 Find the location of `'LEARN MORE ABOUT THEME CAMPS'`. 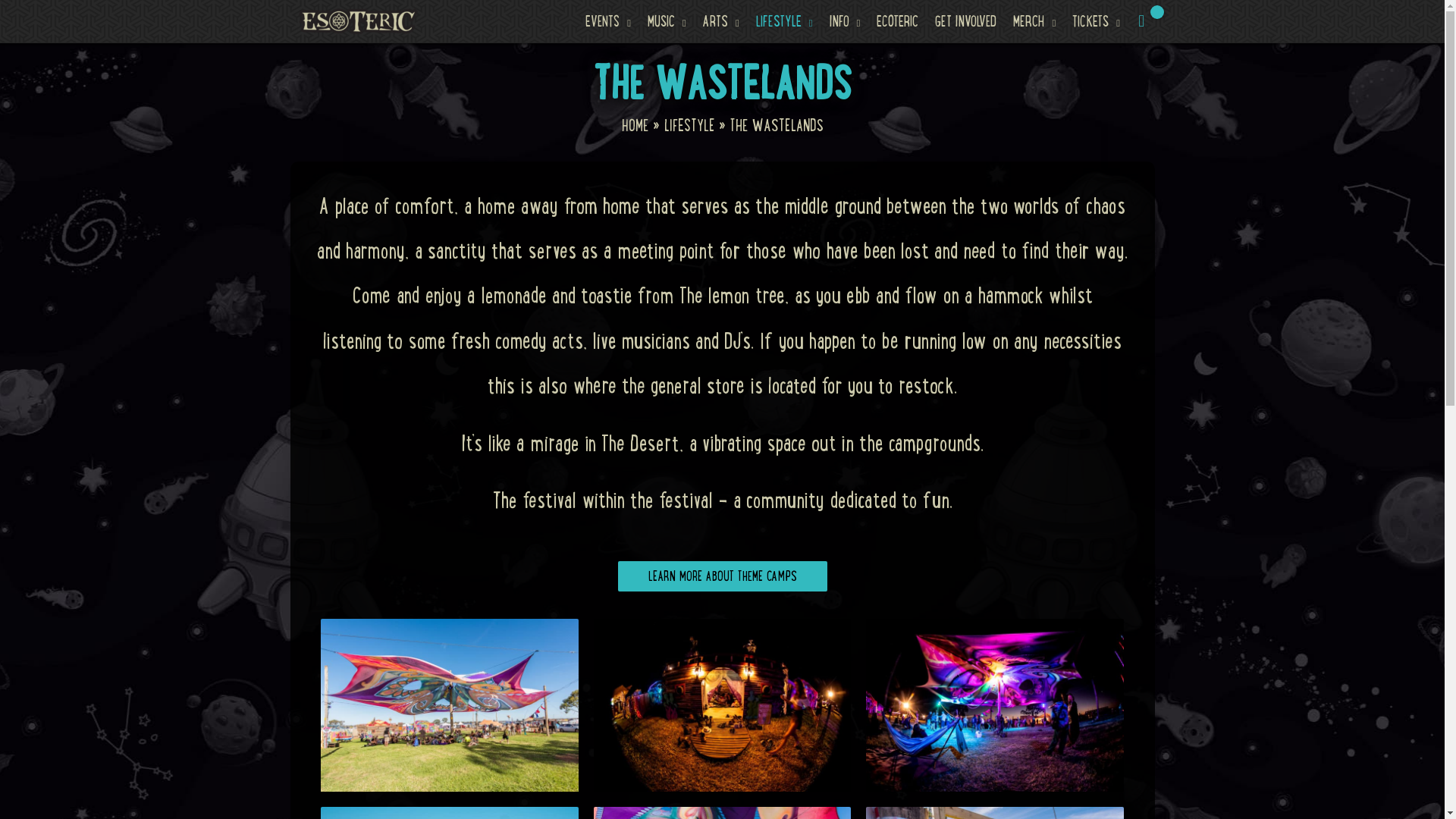

'LEARN MORE ABOUT THEME CAMPS' is located at coordinates (720, 576).